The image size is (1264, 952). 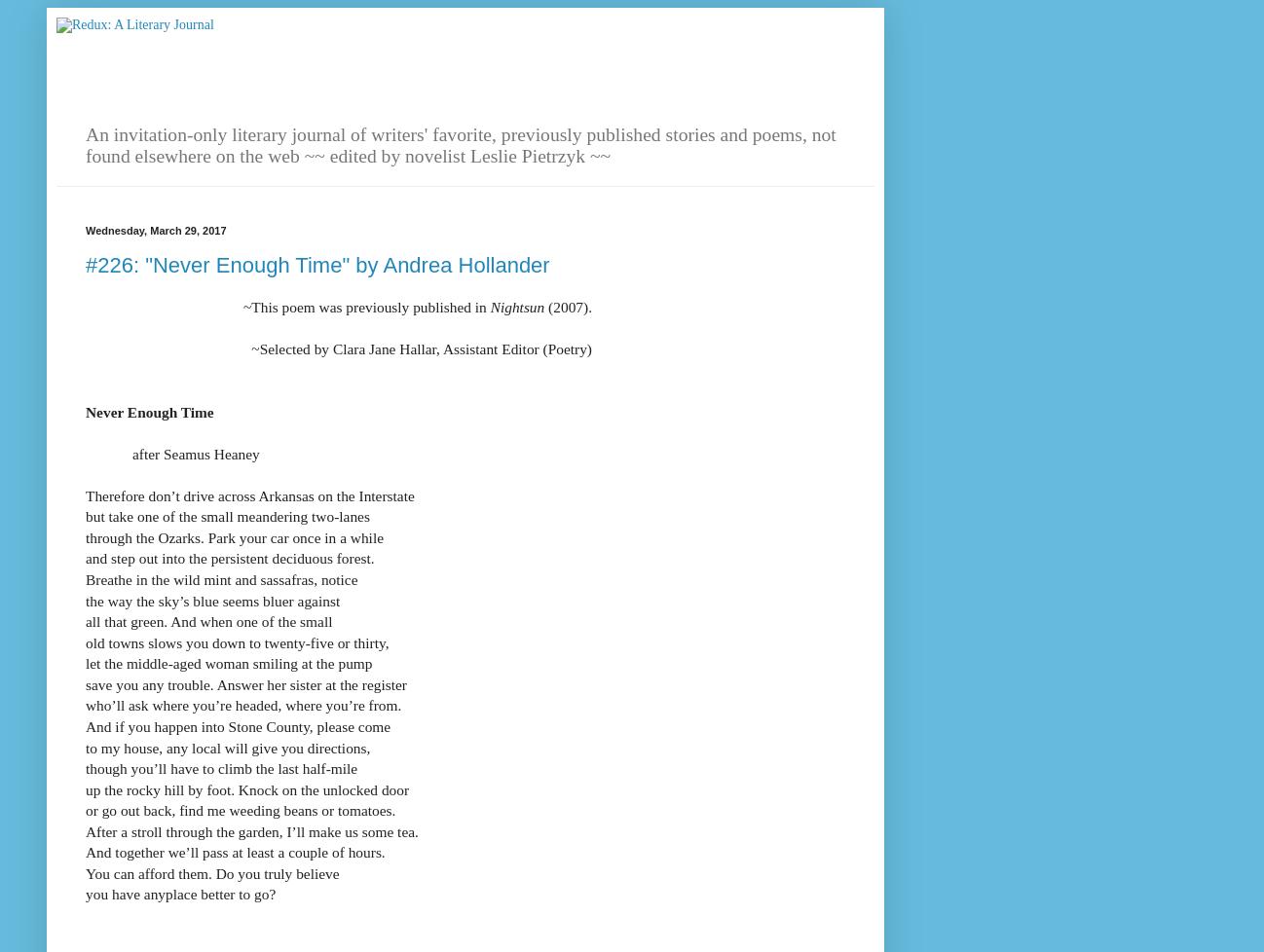 I want to click on 'through the
Ozarks. Park your car once in a while', so click(x=235, y=536).